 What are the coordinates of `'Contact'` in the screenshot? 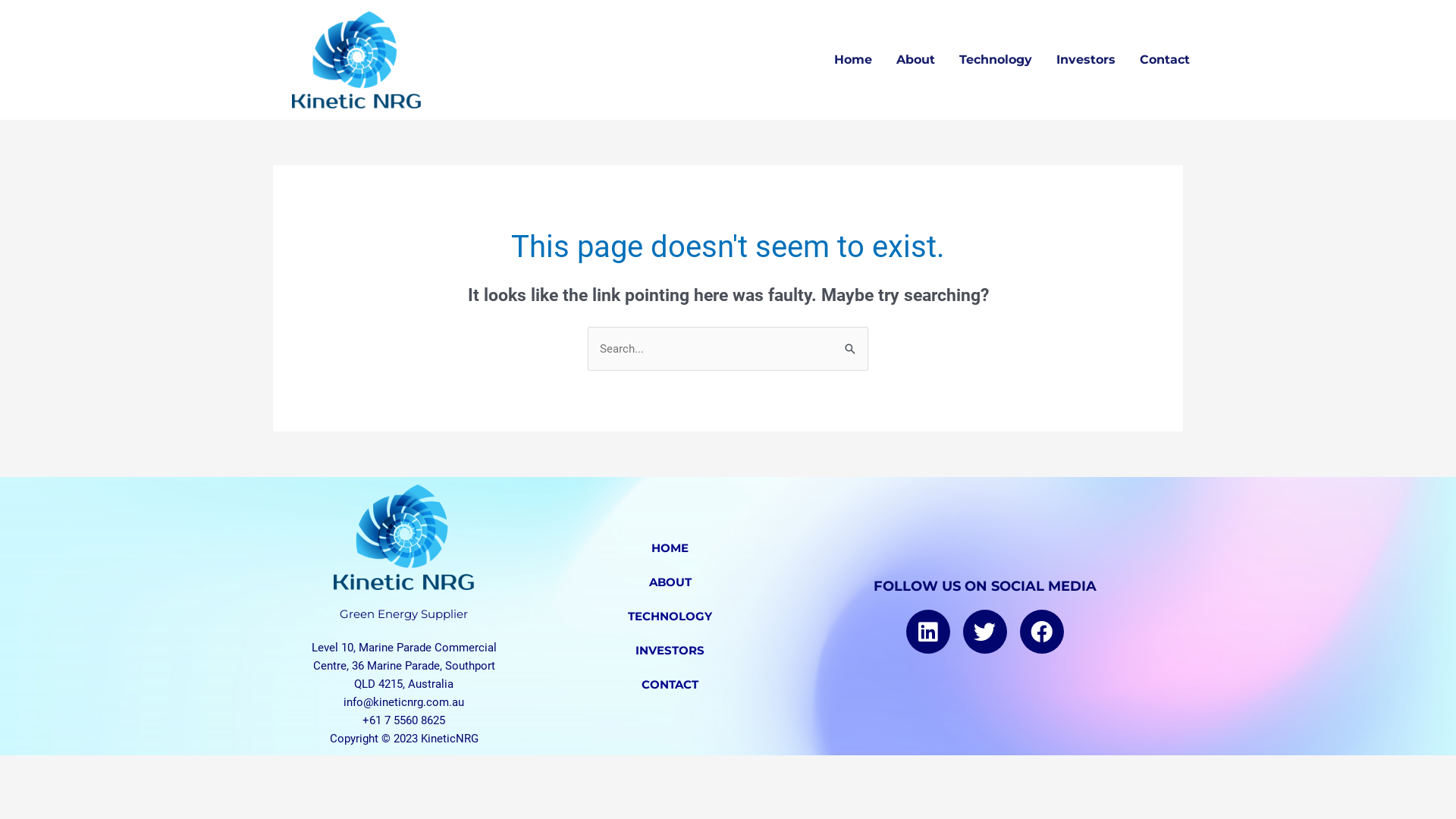 It's located at (1128, 58).